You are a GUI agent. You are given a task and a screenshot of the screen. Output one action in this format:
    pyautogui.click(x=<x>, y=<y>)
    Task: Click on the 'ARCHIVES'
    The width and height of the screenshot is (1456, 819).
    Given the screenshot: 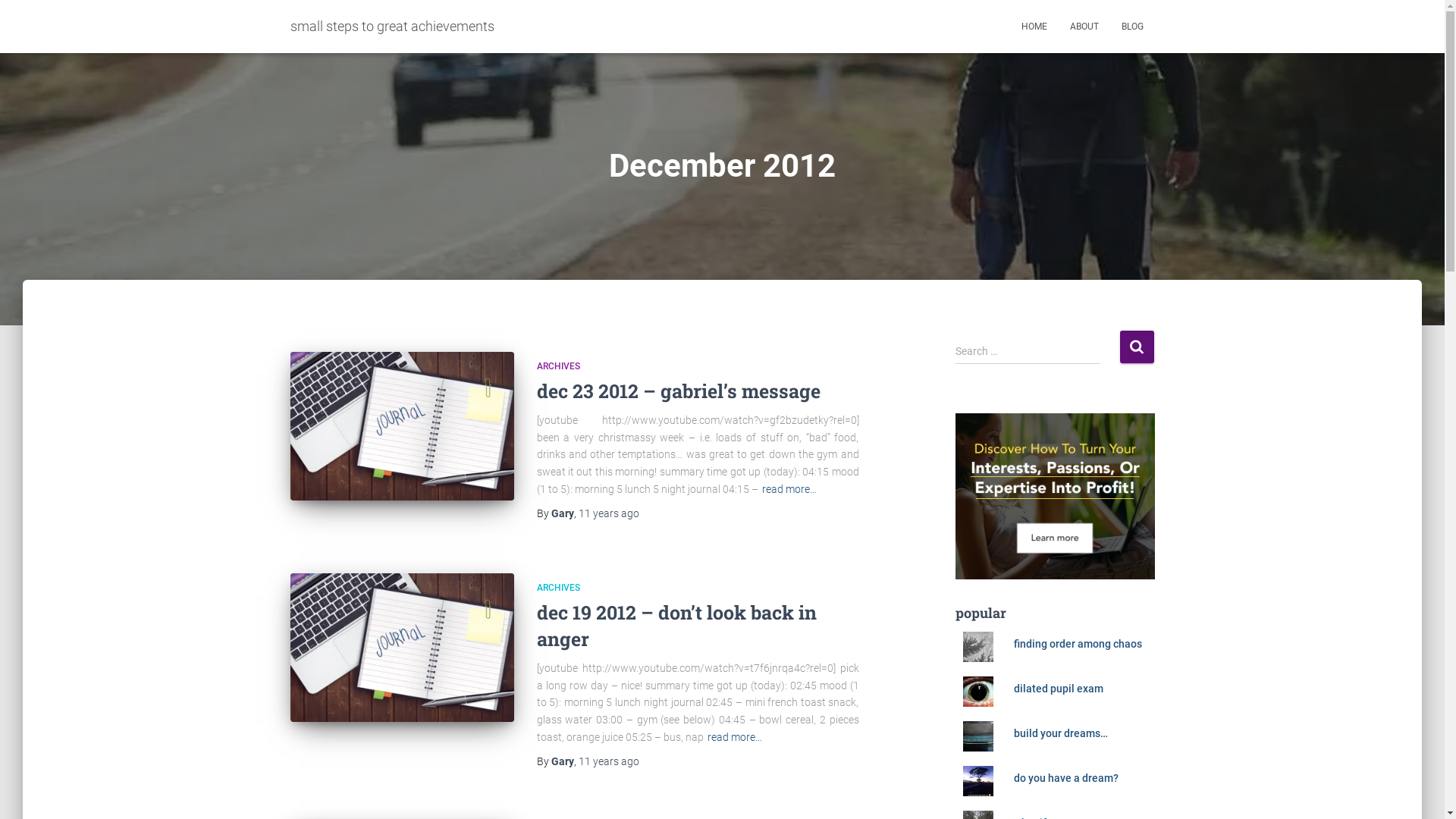 What is the action you would take?
    pyautogui.click(x=557, y=366)
    